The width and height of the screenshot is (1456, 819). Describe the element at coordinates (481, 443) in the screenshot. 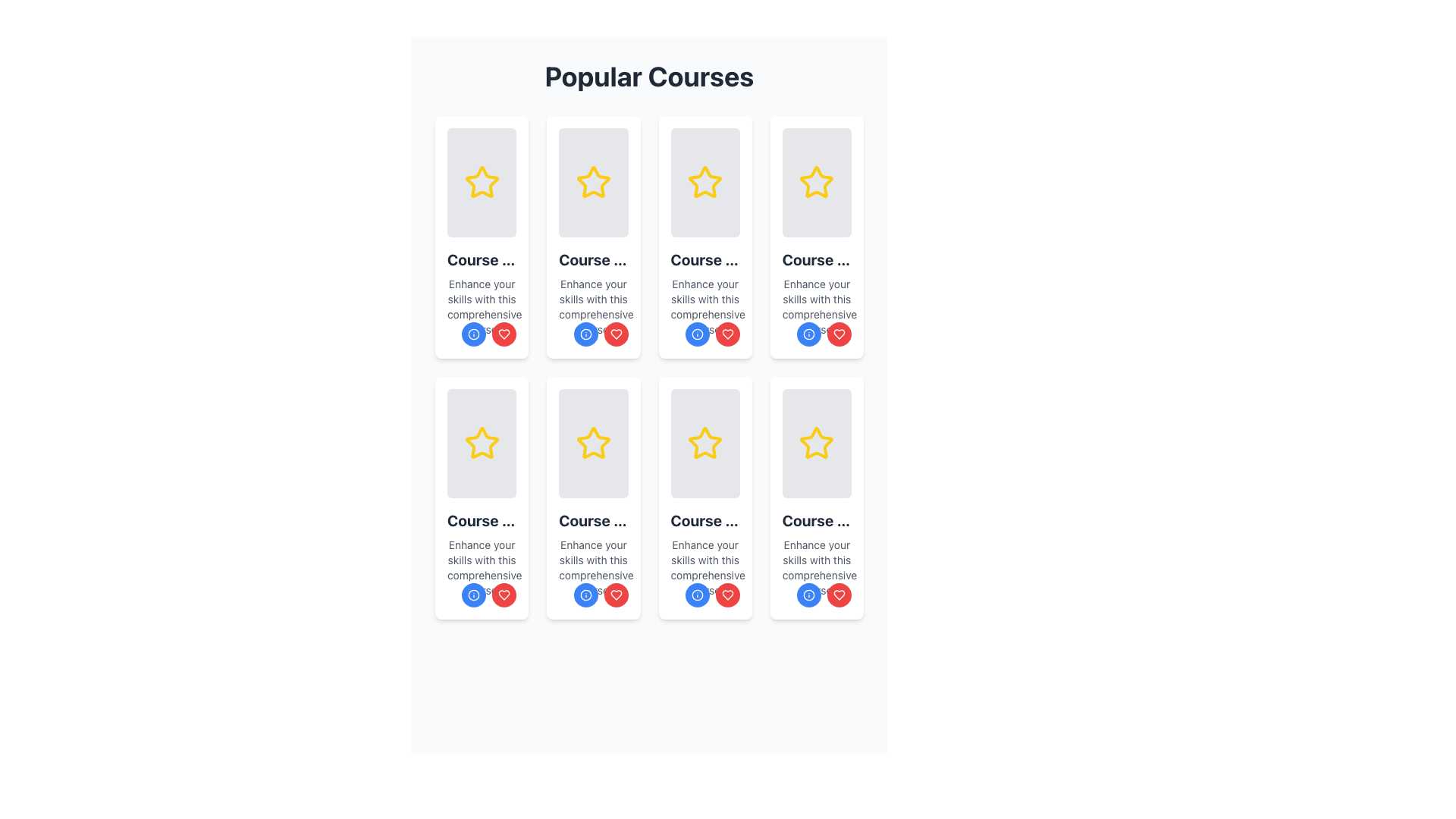

I see `the yellow outlined star icon located at the top-center of the second row and second column card within a 2x4 grid` at that location.